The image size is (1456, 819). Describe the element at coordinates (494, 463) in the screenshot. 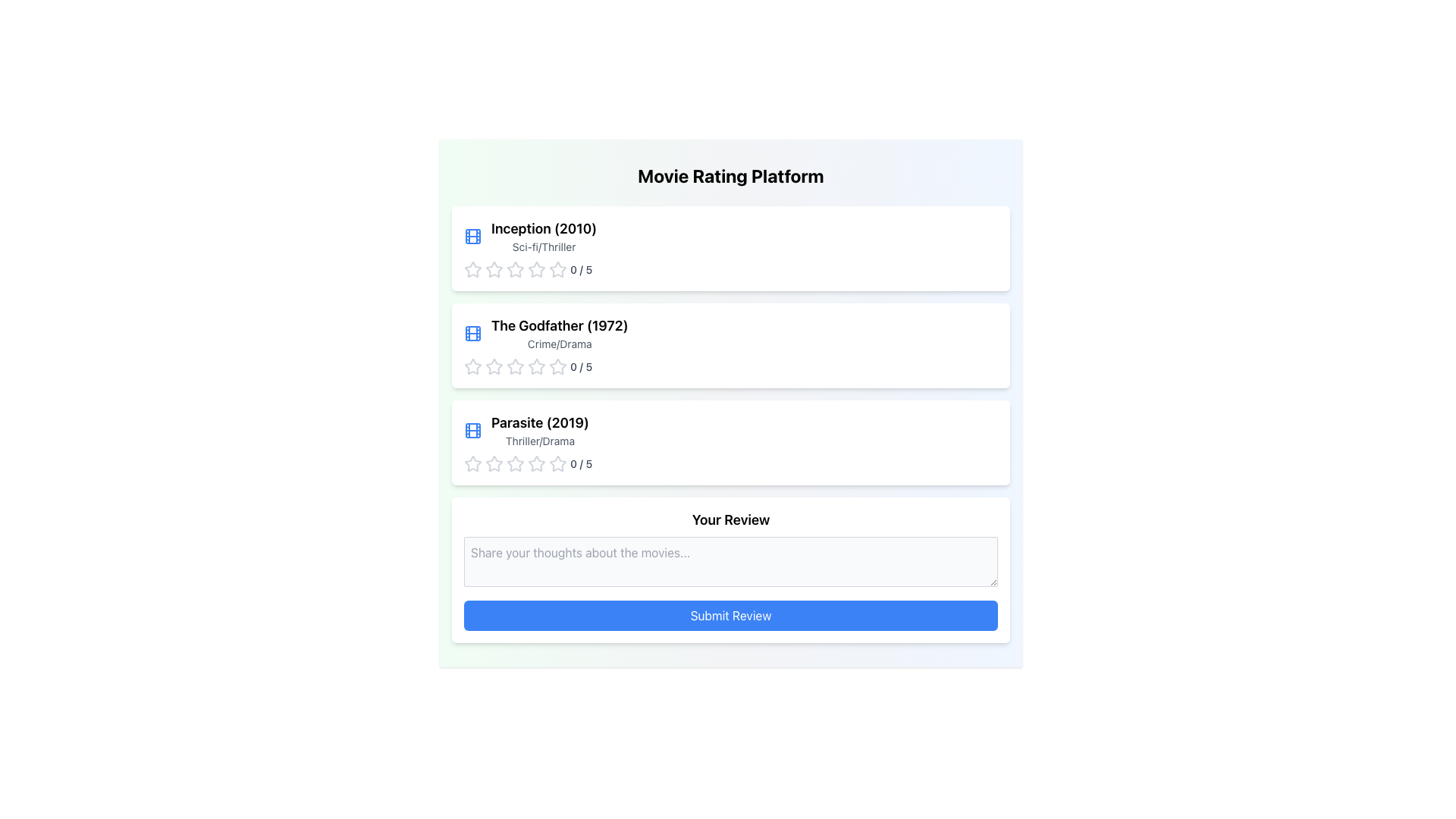

I see `the second star icon for rating under the movie 'Parasite (2019)' to assign a rating` at that location.